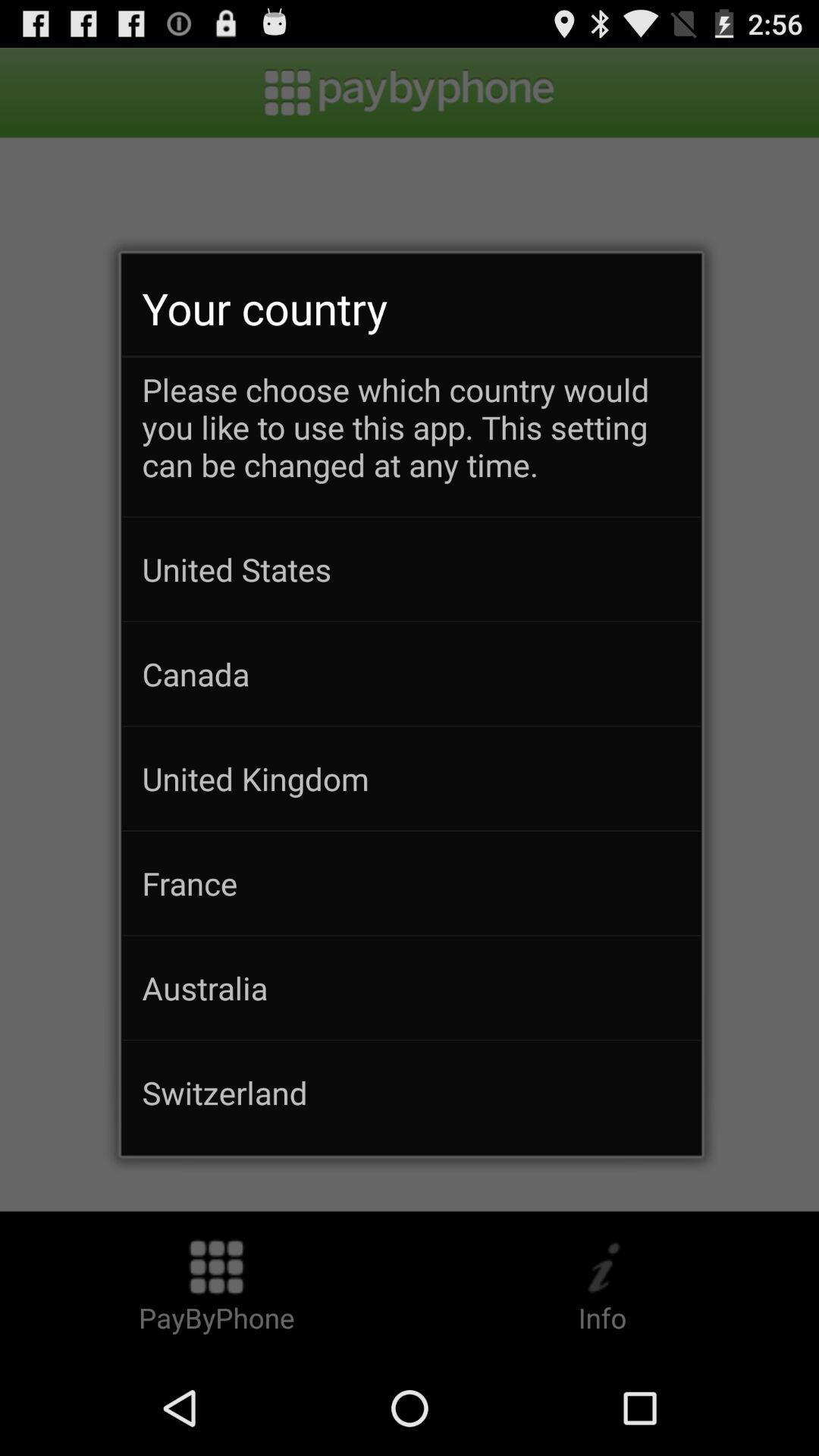 Image resolution: width=819 pixels, height=1456 pixels. I want to click on switzerland, so click(411, 1092).